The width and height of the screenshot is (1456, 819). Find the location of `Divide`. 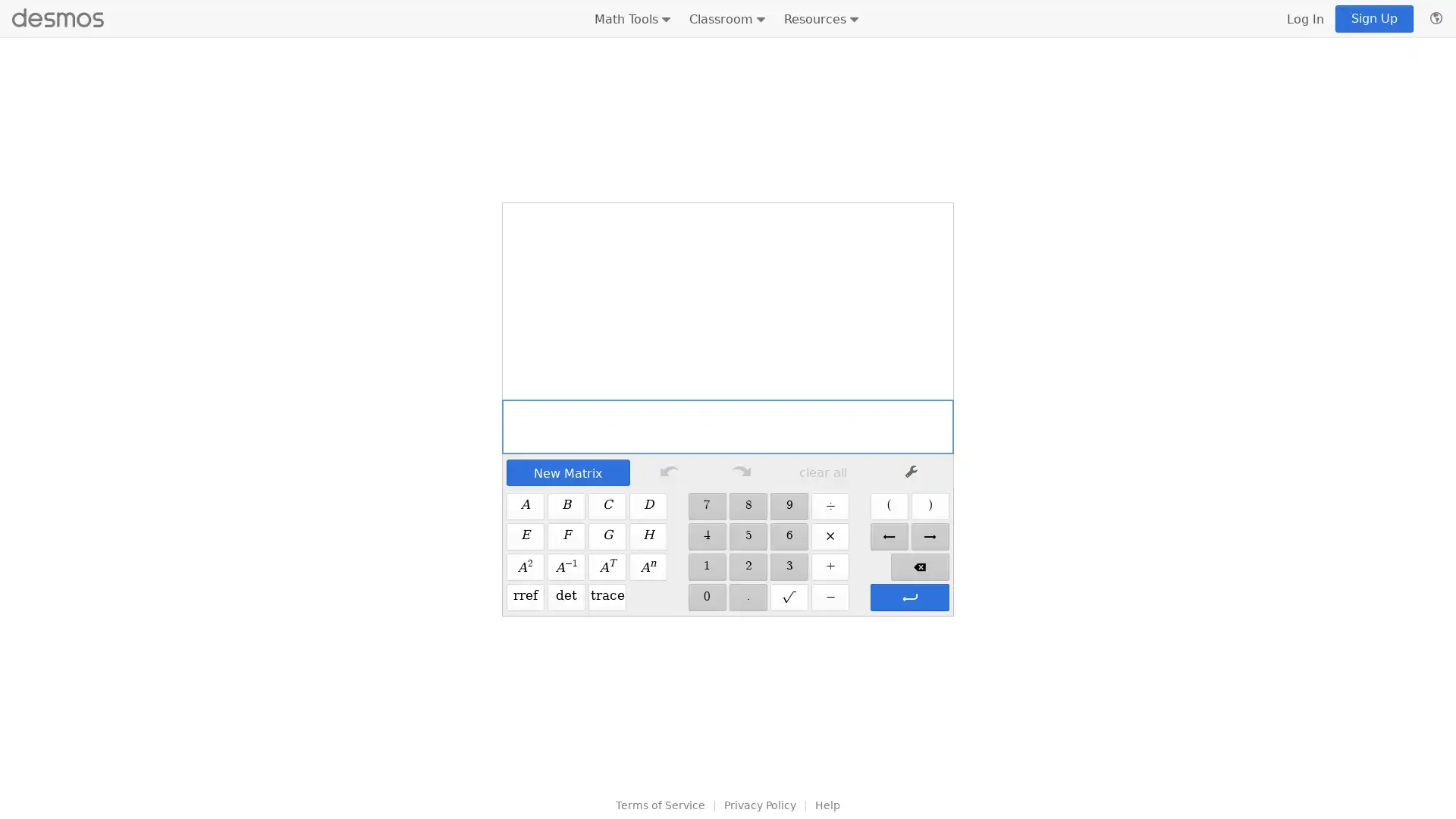

Divide is located at coordinates (829, 506).